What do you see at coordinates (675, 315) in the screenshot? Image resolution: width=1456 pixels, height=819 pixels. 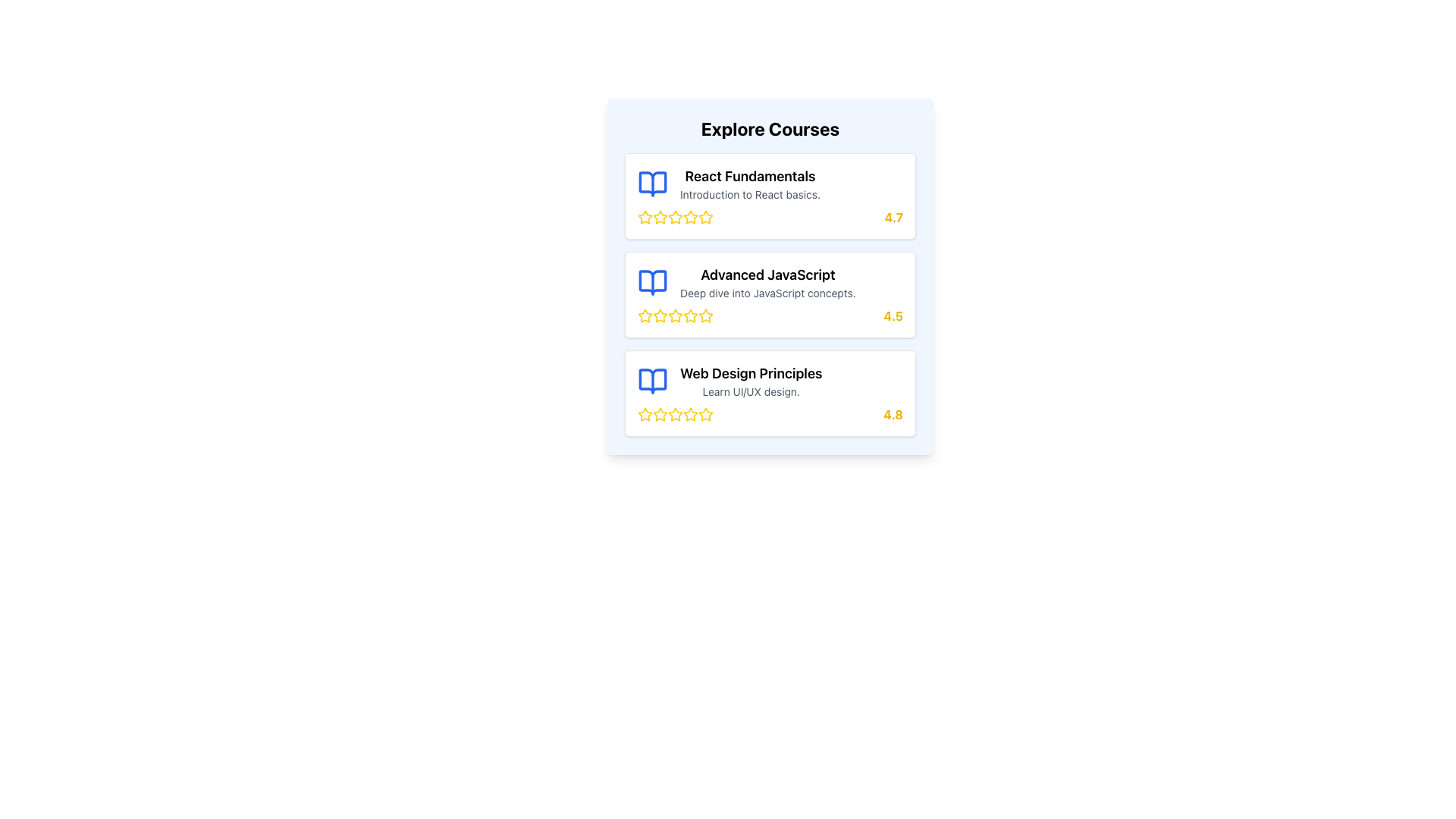 I see `the third star icon in the 5-star rating system under the 'Advanced JavaScript' course card, which is filled and contributes to the rating of '4.5'` at bounding box center [675, 315].